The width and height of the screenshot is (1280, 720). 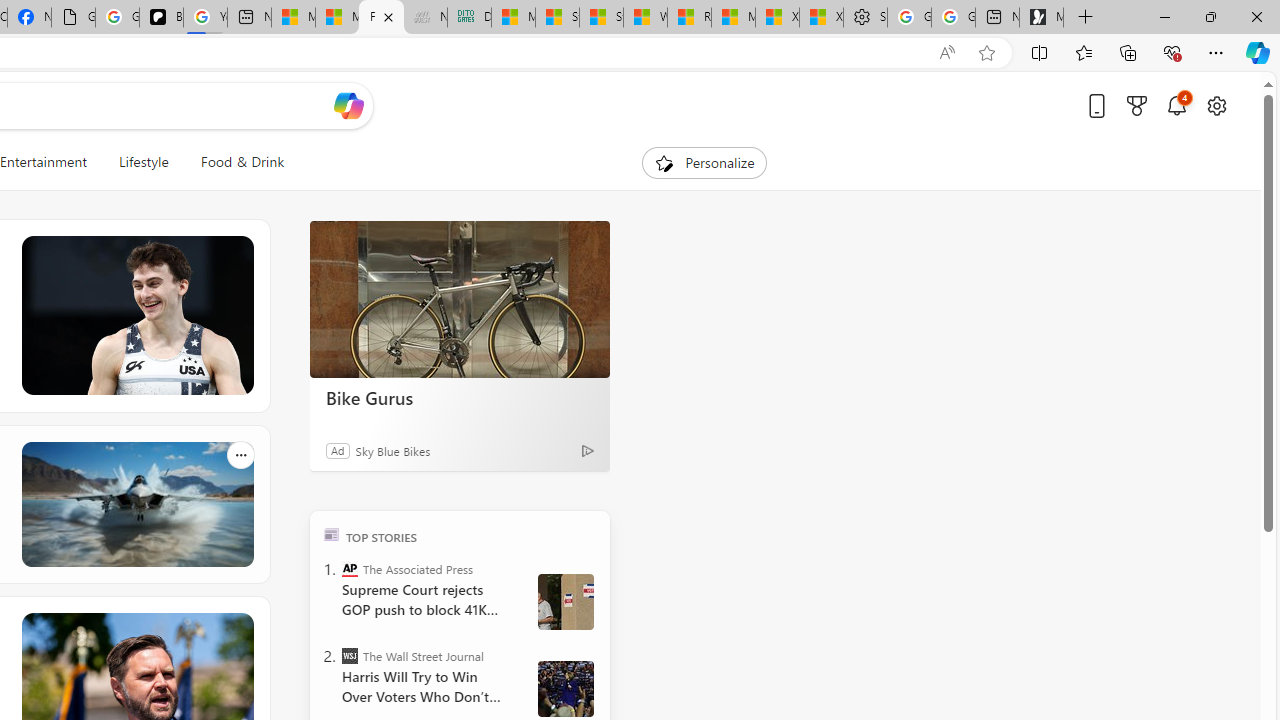 I want to click on 'TOP', so click(x=332, y=533).